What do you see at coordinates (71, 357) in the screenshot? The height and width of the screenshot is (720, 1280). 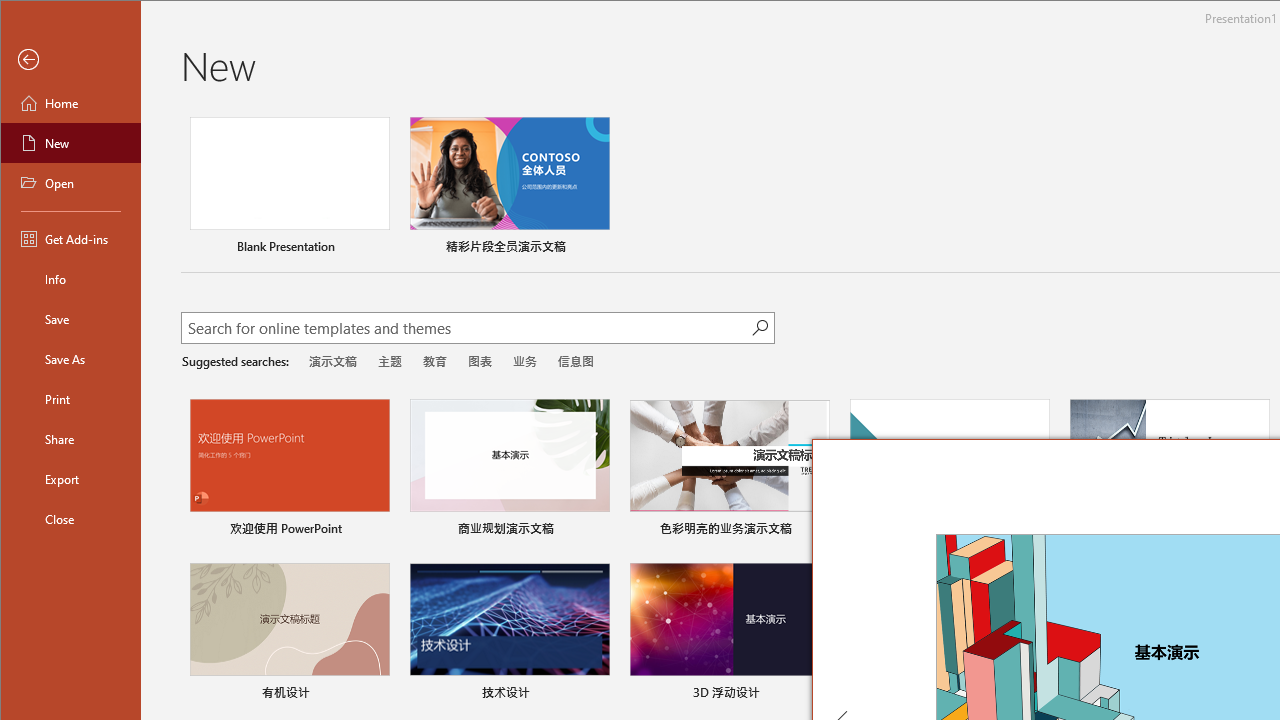 I see `'Save As'` at bounding box center [71, 357].